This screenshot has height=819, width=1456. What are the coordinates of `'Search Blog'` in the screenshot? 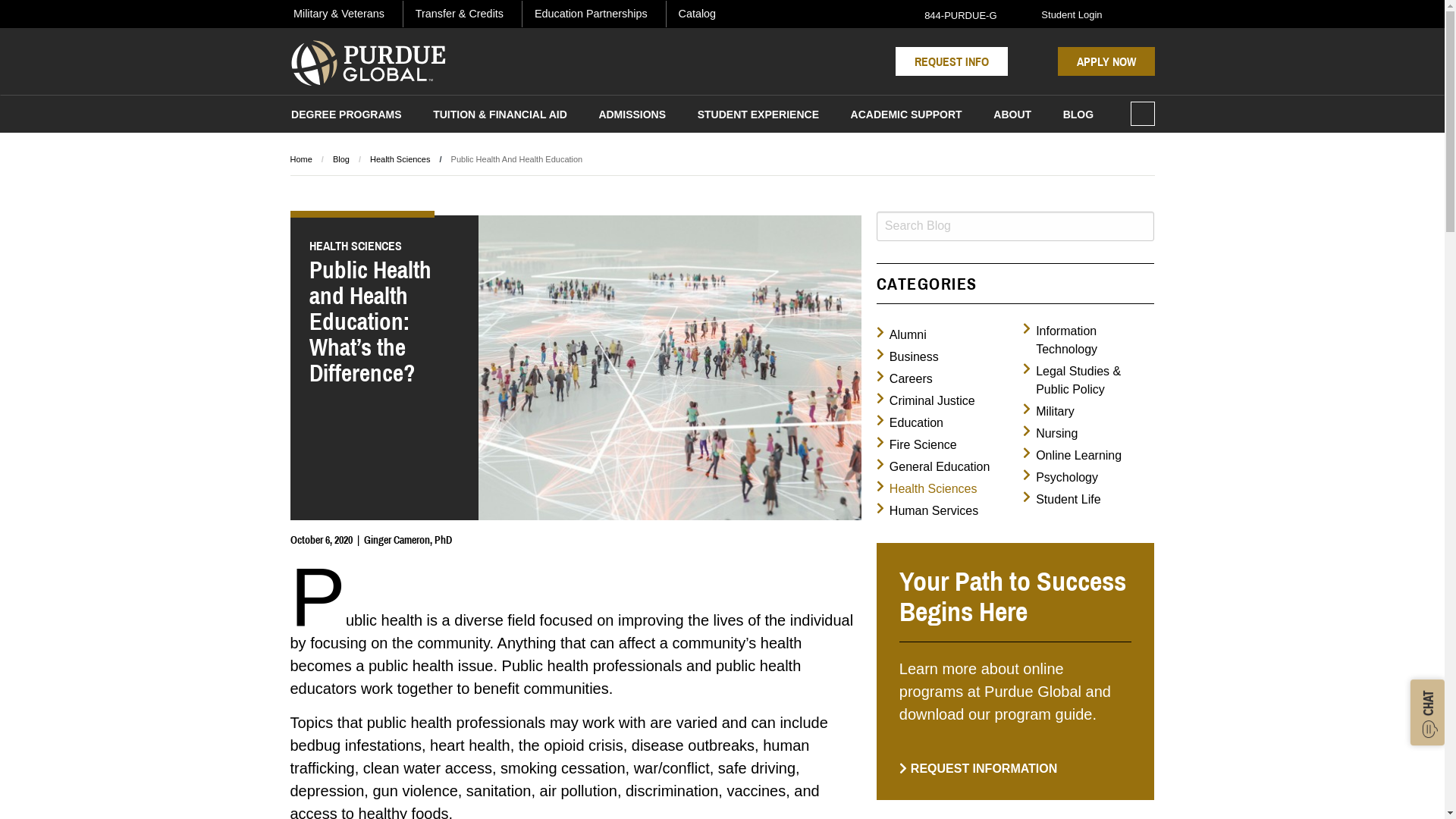 It's located at (1015, 226).